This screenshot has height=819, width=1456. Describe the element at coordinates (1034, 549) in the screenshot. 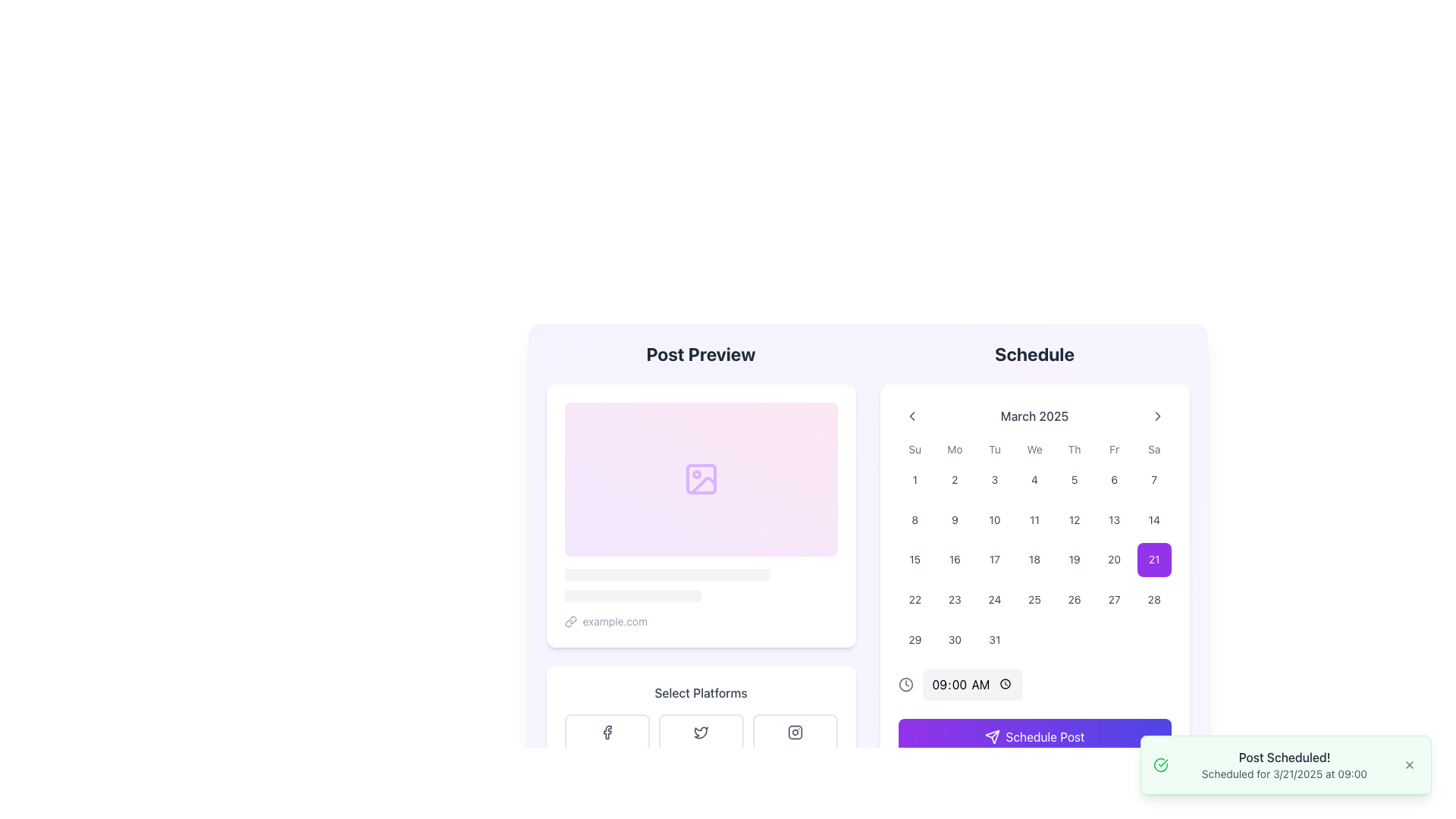

I see `to select multiple dates within the Calendar grid located in the 'Schedule' section, specifically targeting the highlighted cell labeled '21' and extending the selection across multiple cells` at that location.